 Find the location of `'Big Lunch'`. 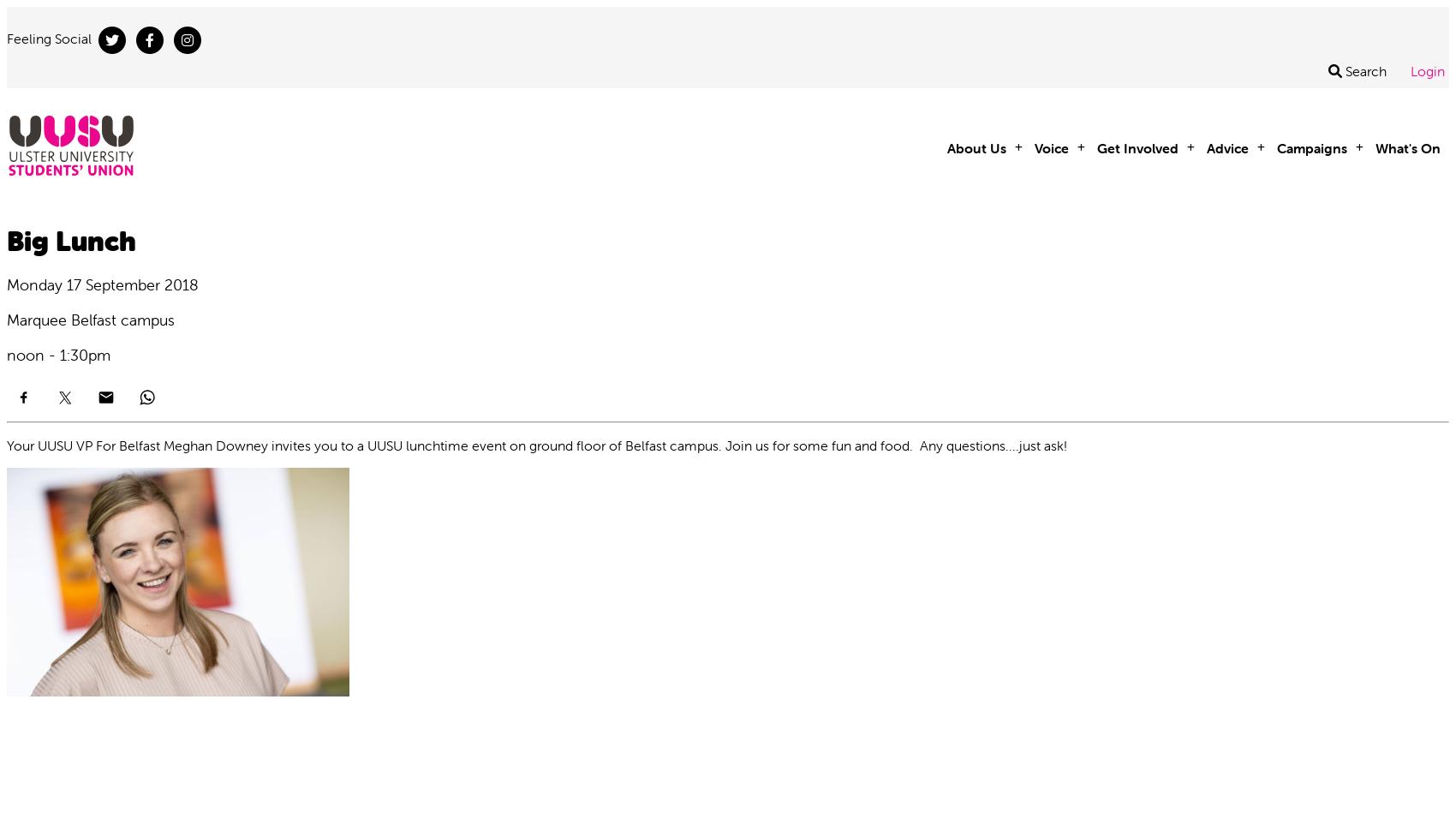

'Big Lunch' is located at coordinates (6, 240).